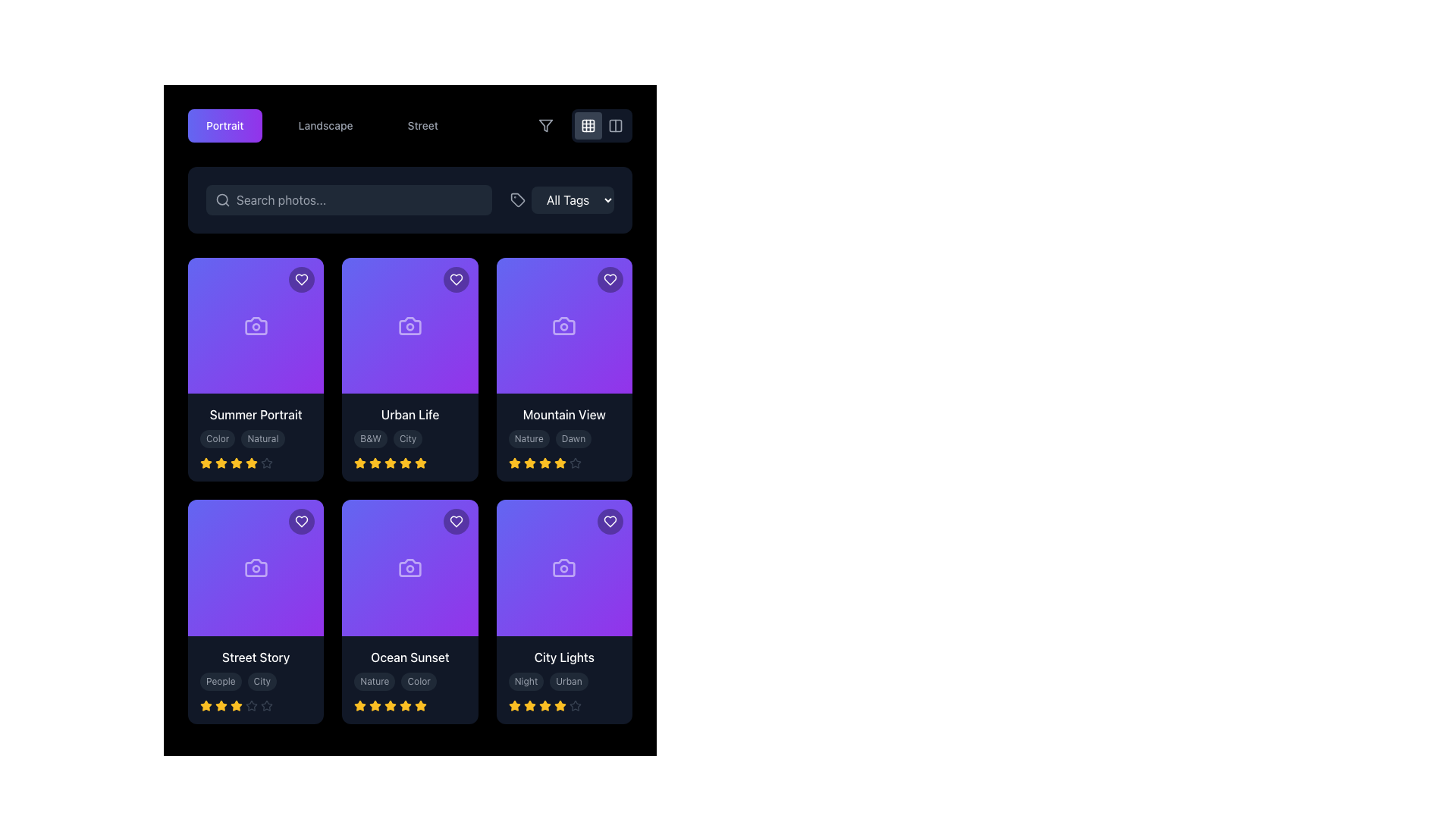 This screenshot has width=1456, height=819. Describe the element at coordinates (410, 705) in the screenshot. I see `the Rating Component consisting of five amber star icons, indicating a 4.5 out of 5 rating, located at the bottom of the 'Ocean Sunset' card` at that location.